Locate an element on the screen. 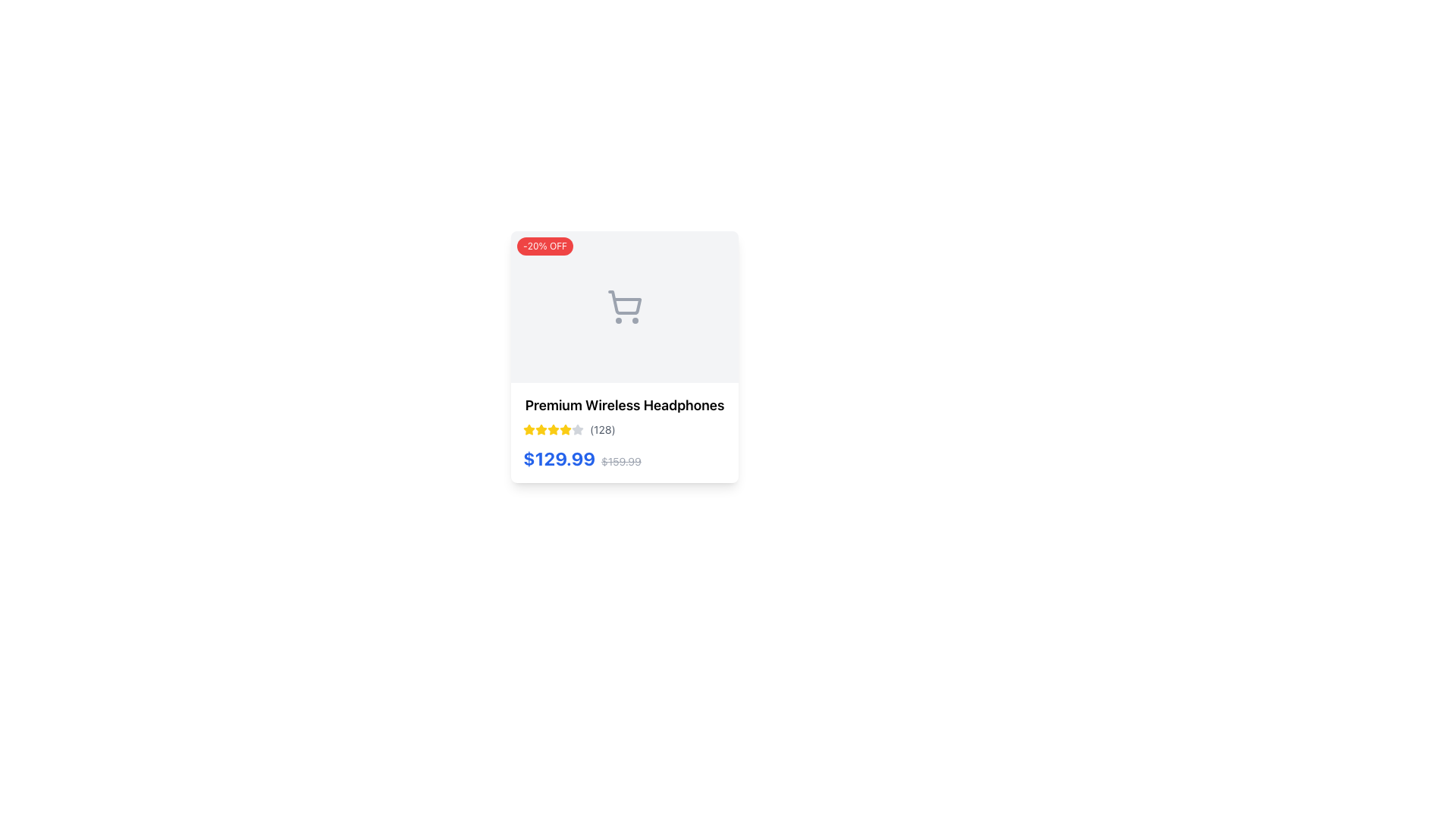 The height and width of the screenshot is (819, 1456). the yellow star icon in the rating system to interact with it is located at coordinates (529, 430).